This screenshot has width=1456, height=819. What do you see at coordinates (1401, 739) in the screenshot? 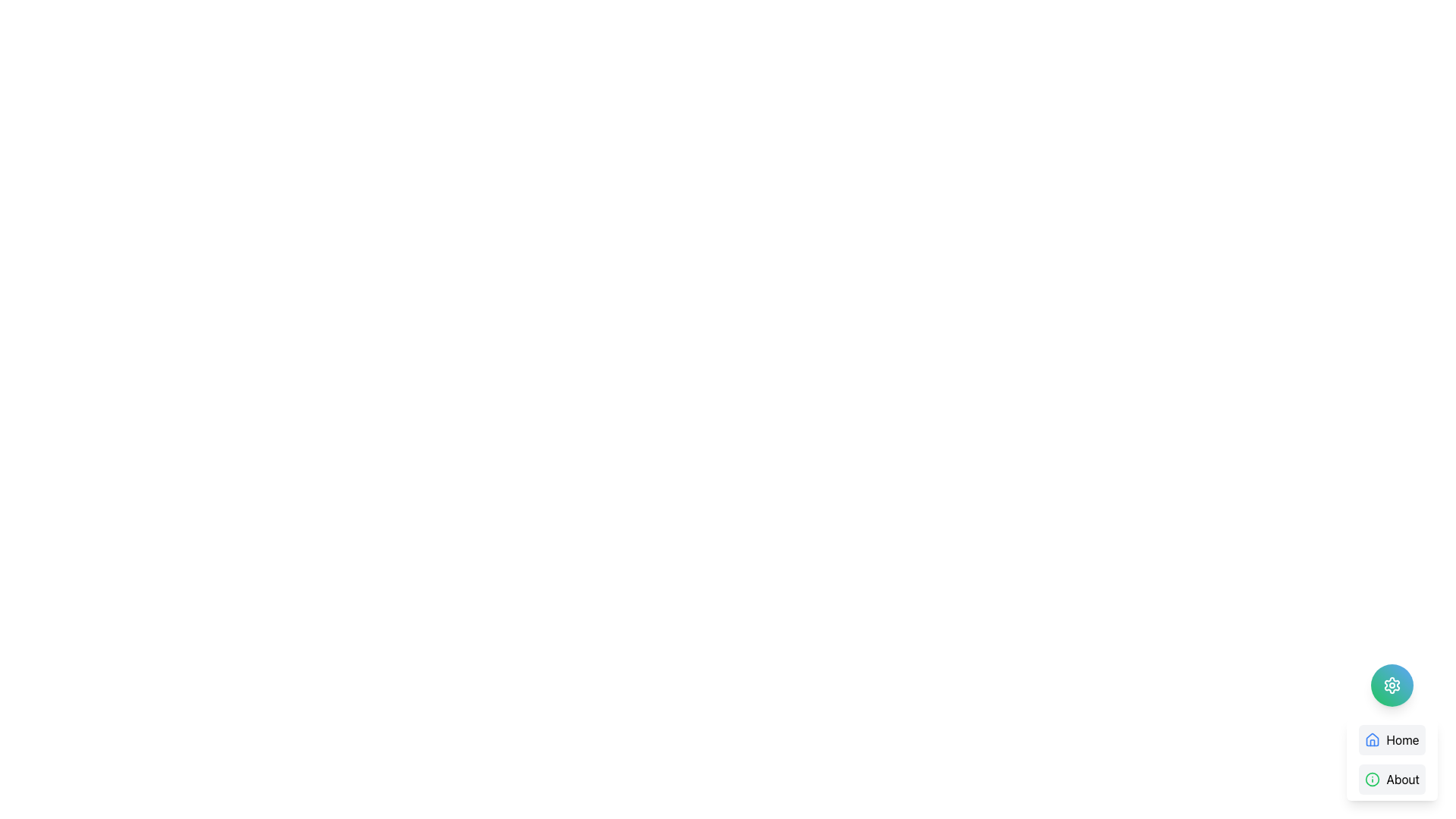
I see `the 'Home' text label, which is positioned to the right of a blue house icon in the bottom-right corner of the interface` at bounding box center [1401, 739].